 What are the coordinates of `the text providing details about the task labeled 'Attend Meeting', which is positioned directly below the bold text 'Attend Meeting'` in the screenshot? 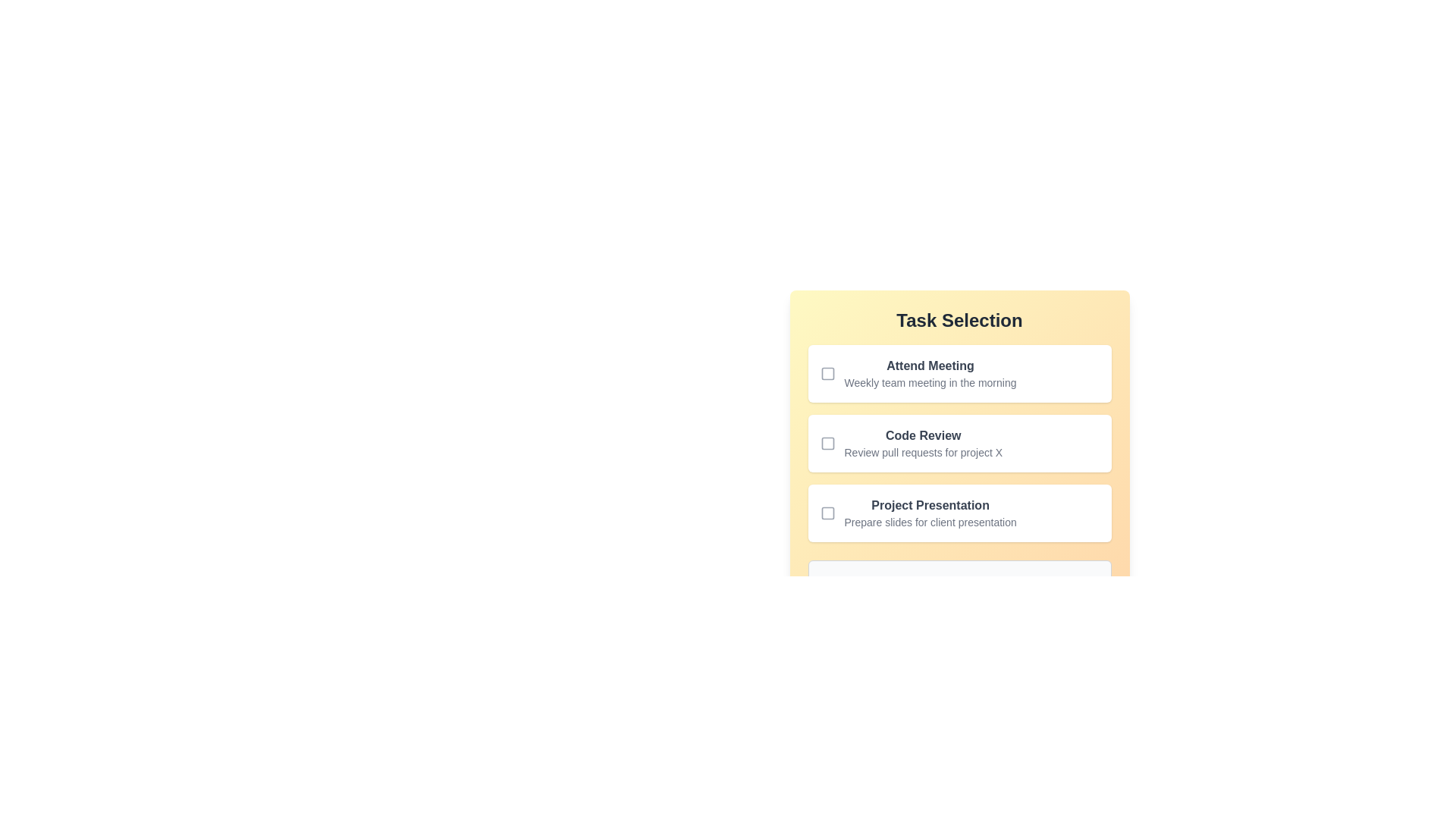 It's located at (930, 382).